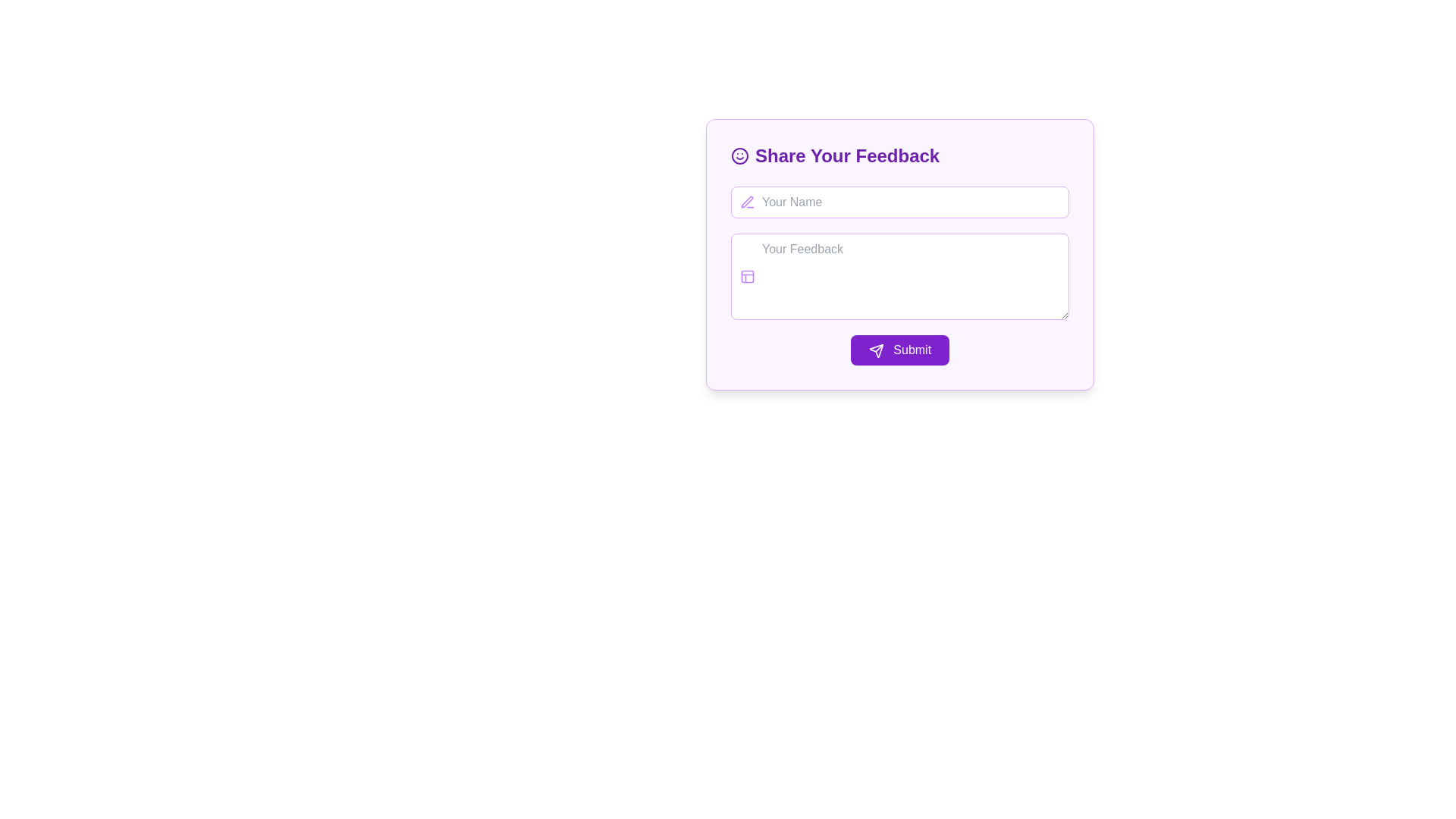  Describe the element at coordinates (747, 201) in the screenshot. I see `the small purple pen-like icon located near the top-left of the feedback pop-up form` at that location.